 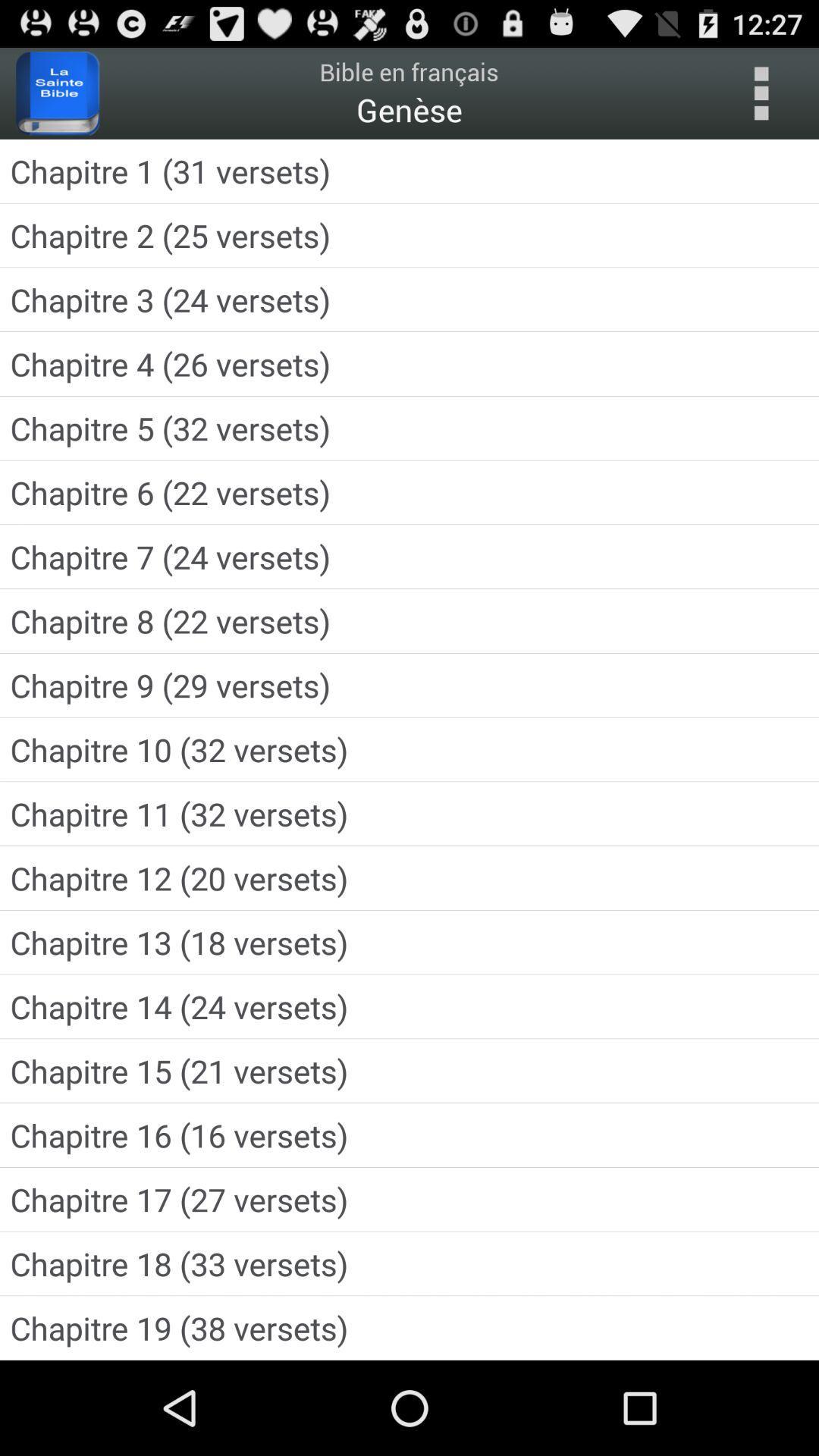 I want to click on the app below the chapitre 11 32 icon, so click(x=409, y=877).